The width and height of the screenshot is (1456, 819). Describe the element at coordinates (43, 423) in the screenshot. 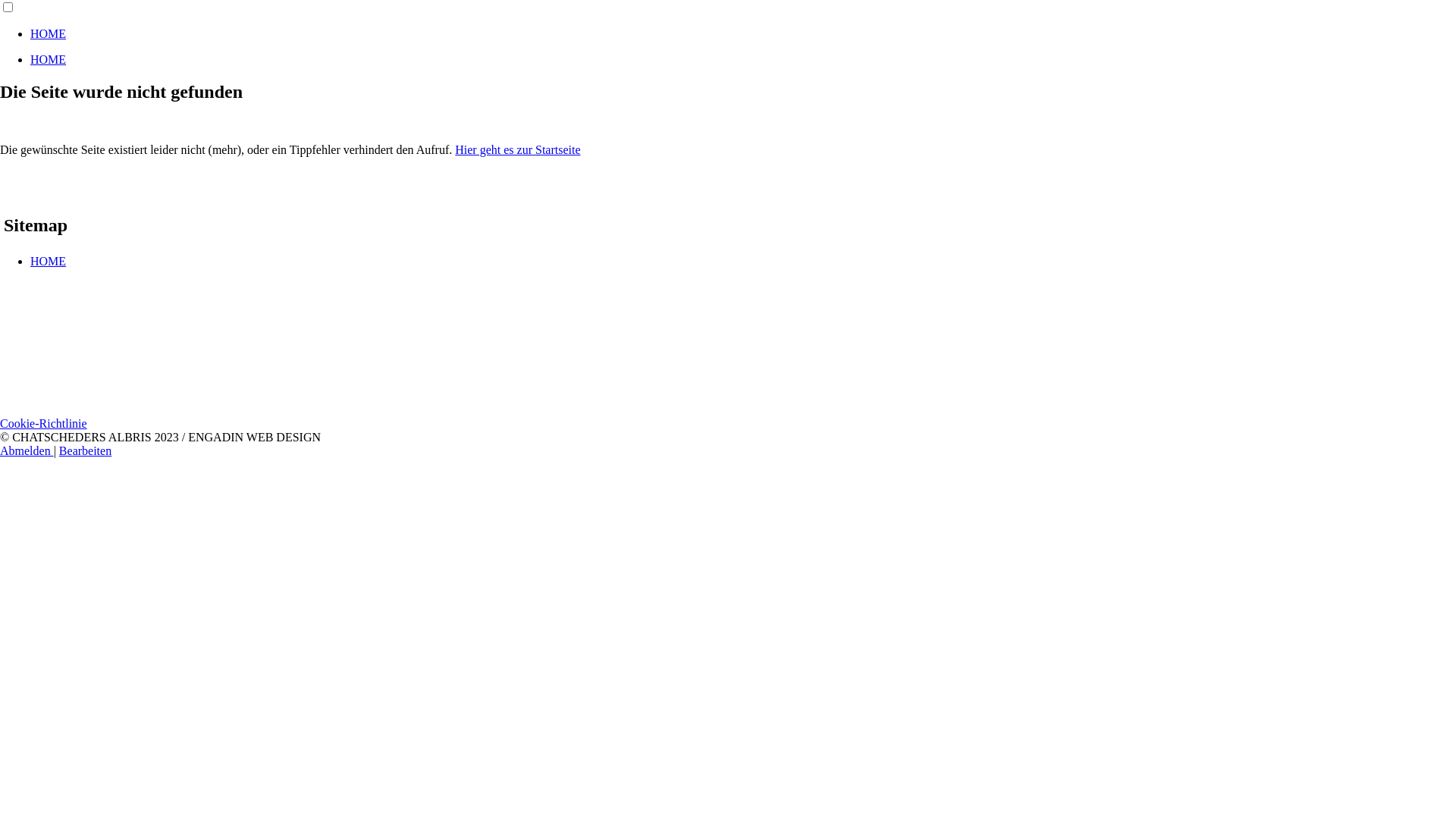

I see `'Cookie-Richtlinie'` at that location.